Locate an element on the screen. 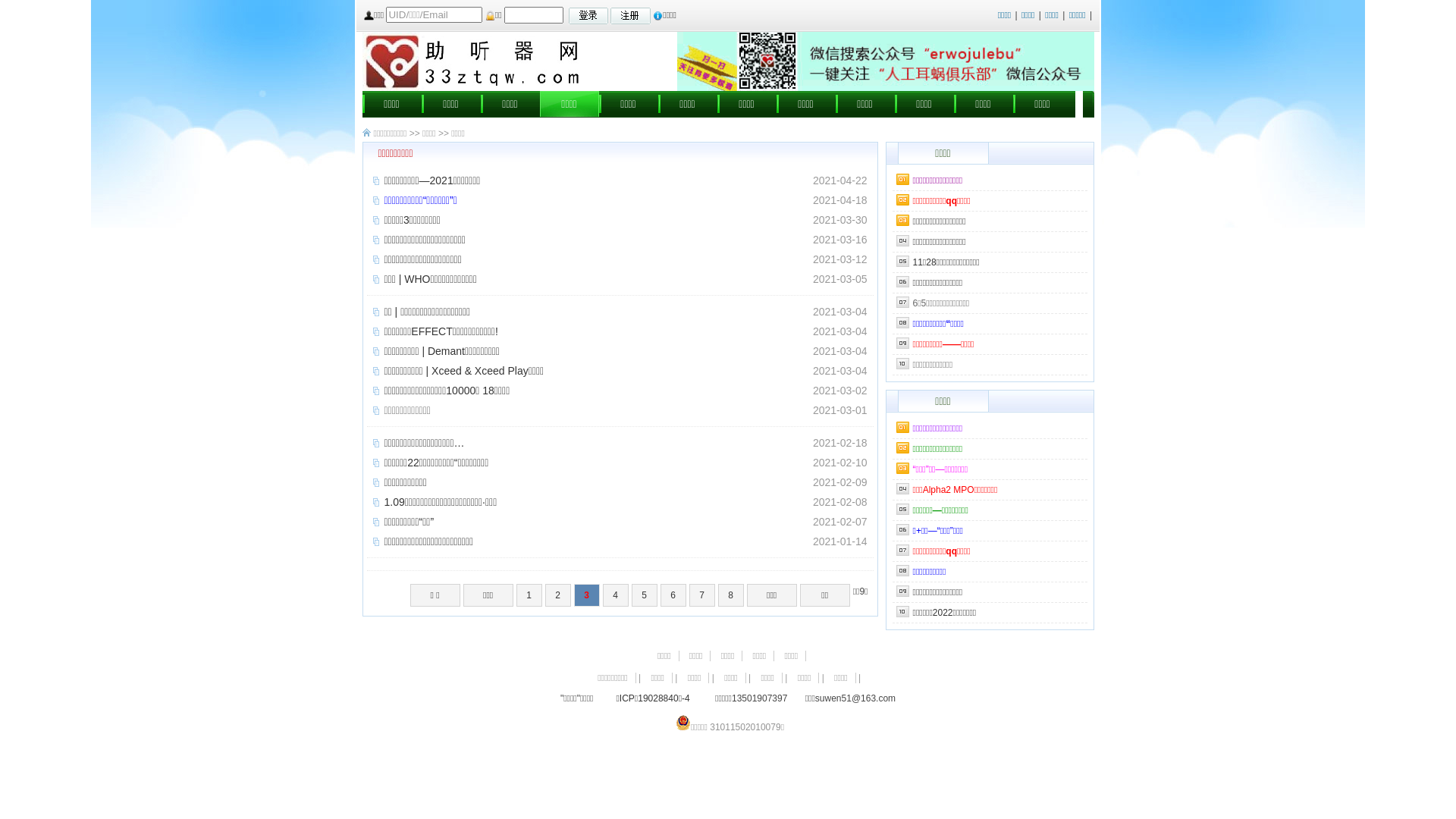 The image size is (1456, 819). '6' is located at coordinates (660, 595).